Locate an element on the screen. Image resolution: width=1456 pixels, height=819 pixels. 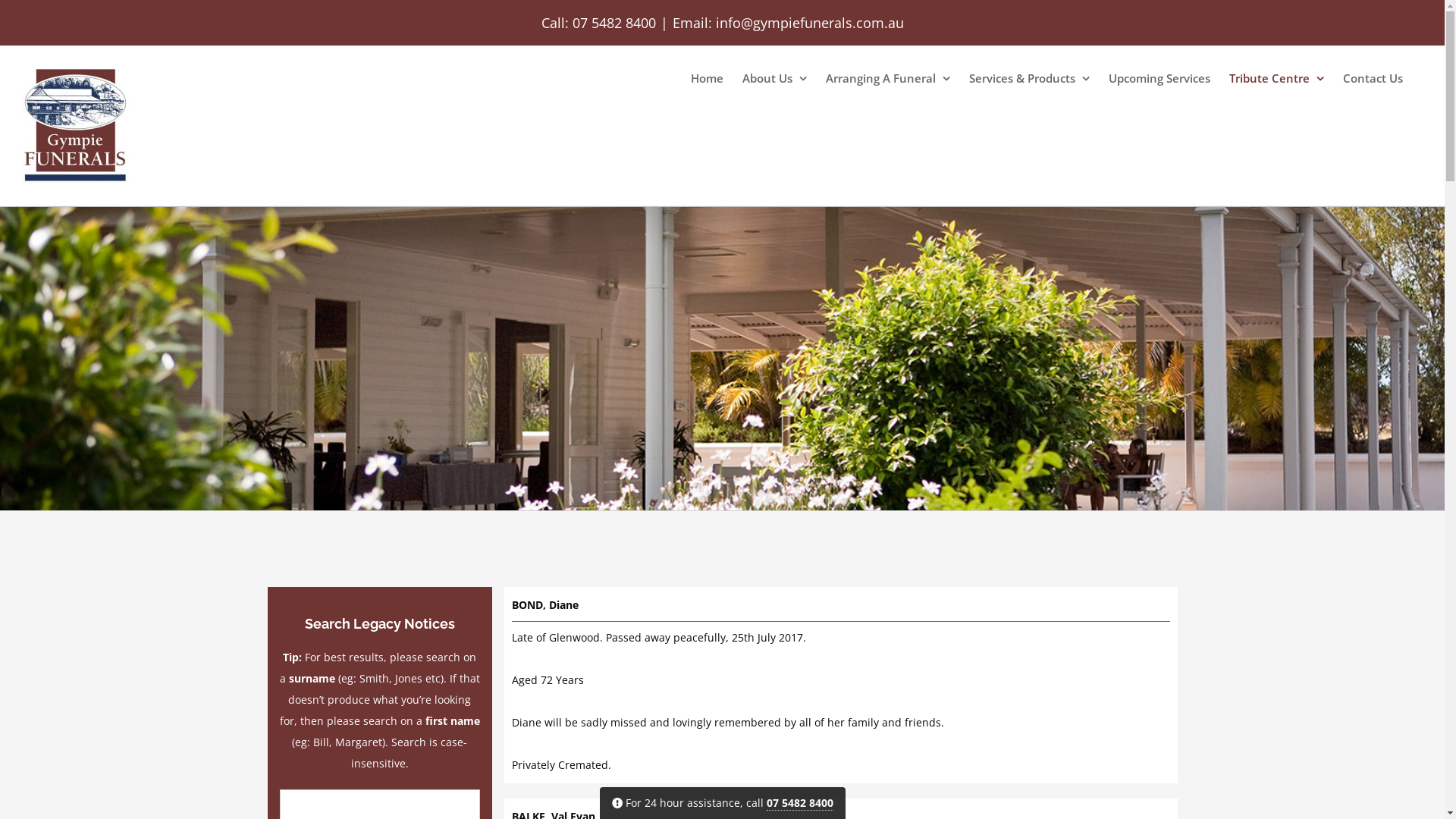
'Upcoming Services' is located at coordinates (1109, 78).